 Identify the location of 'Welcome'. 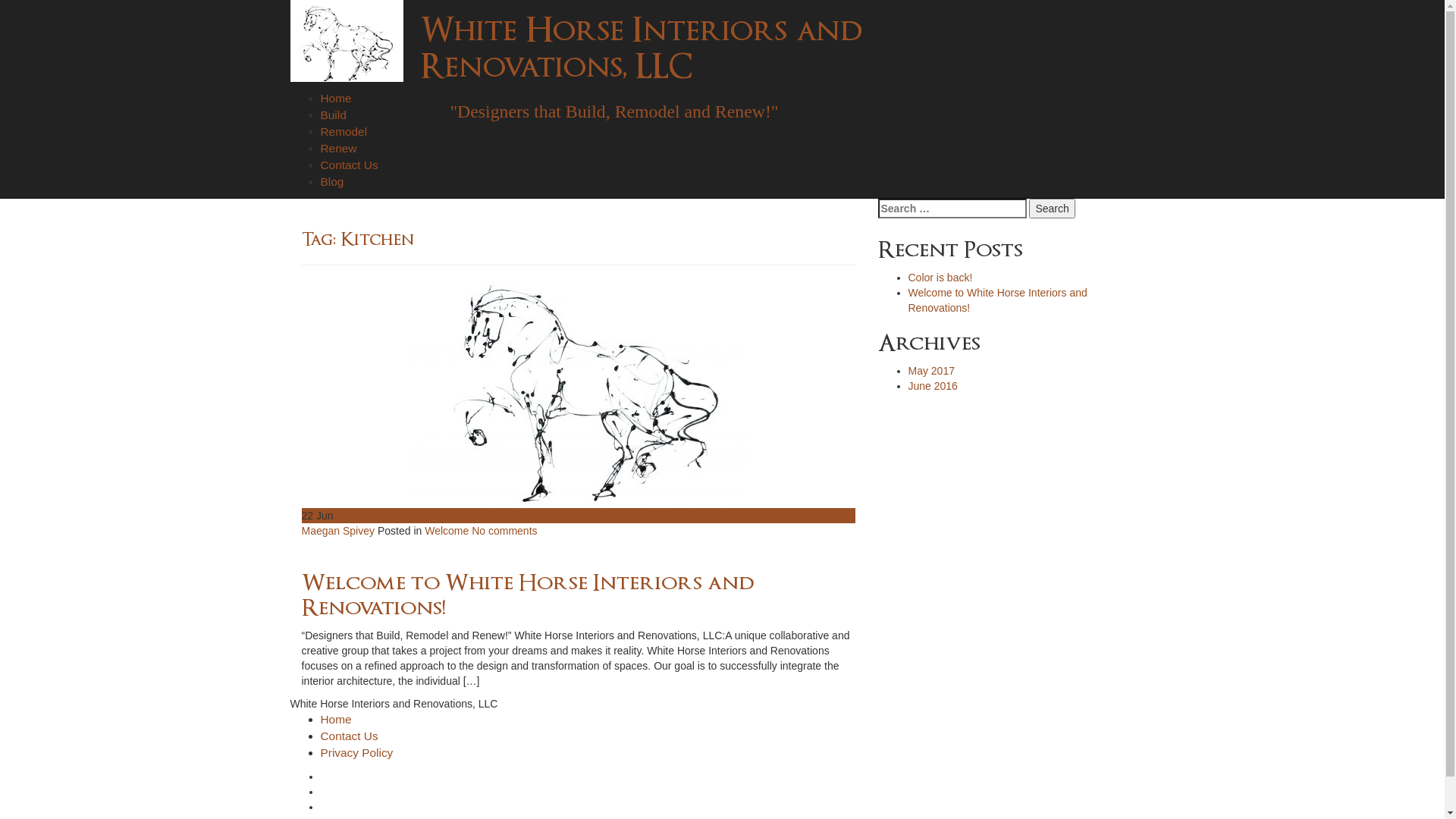
(446, 529).